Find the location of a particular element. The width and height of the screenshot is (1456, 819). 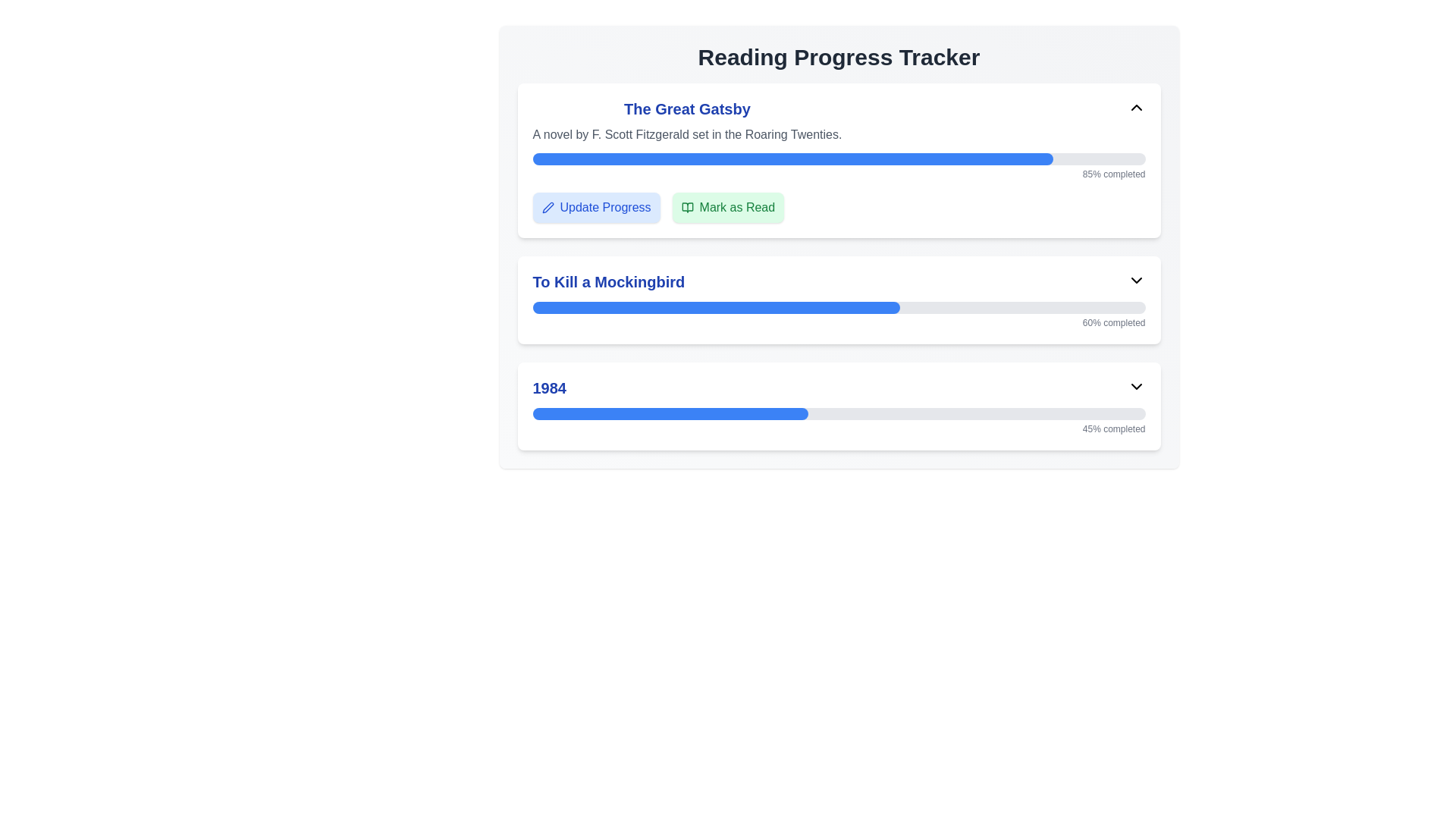

the progress bar of the 'To Kill a Mockingbird' section in the Reading Progress Tracker is located at coordinates (838, 265).